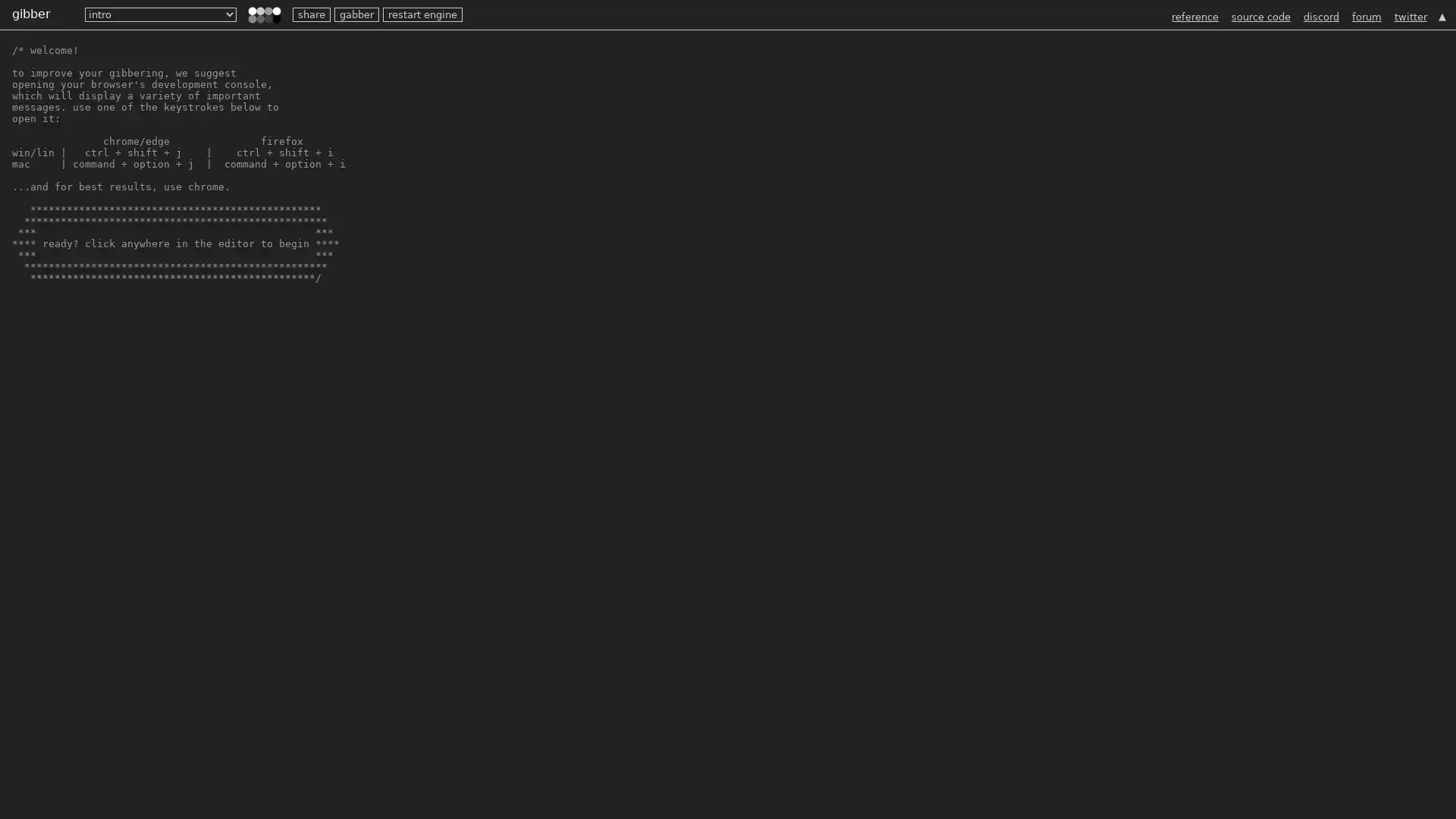 The image size is (1456, 819). What do you see at coordinates (422, 14) in the screenshot?
I see `restart engine` at bounding box center [422, 14].